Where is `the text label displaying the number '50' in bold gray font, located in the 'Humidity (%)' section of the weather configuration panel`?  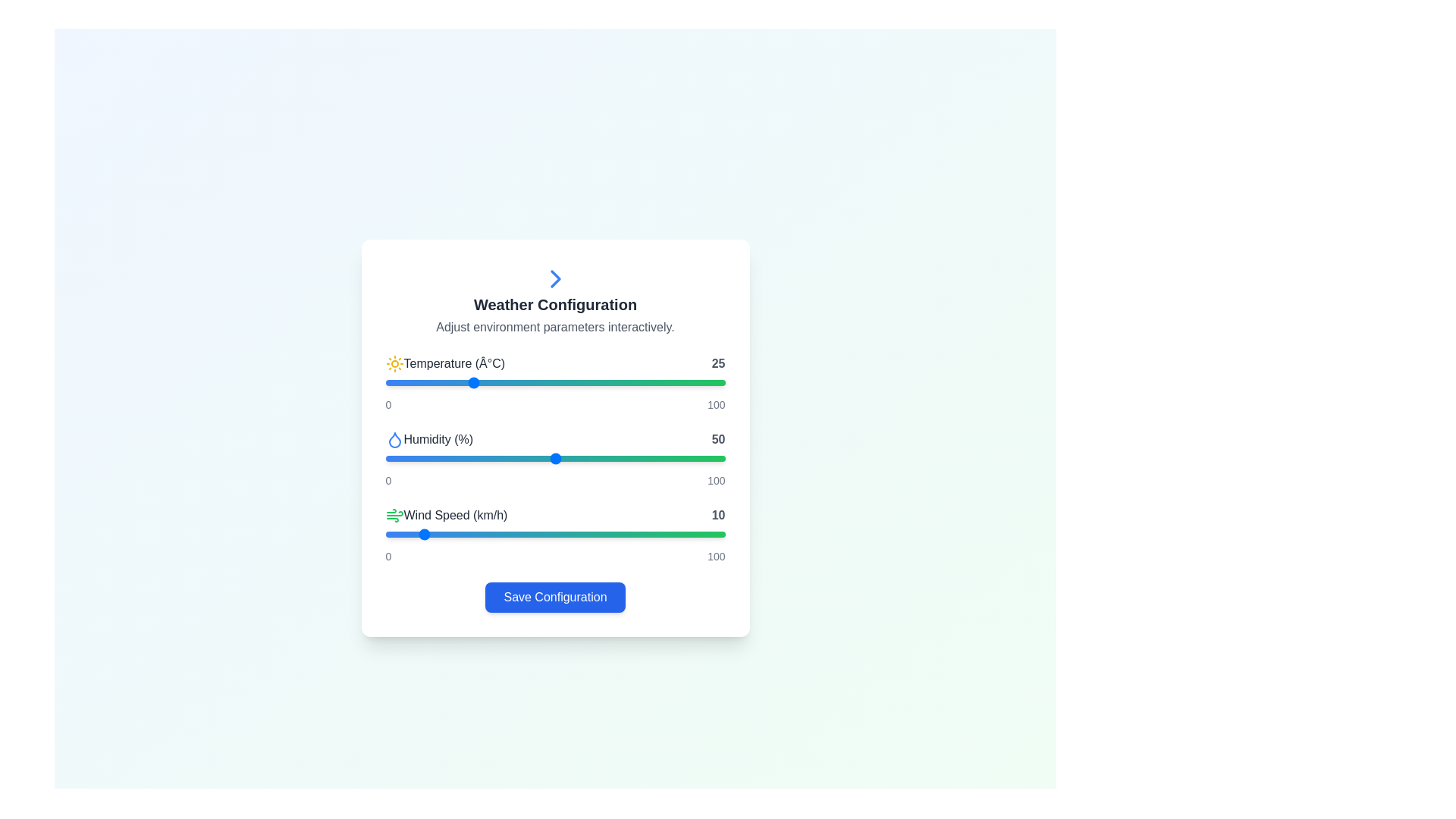 the text label displaying the number '50' in bold gray font, located in the 'Humidity (%)' section of the weather configuration panel is located at coordinates (717, 439).